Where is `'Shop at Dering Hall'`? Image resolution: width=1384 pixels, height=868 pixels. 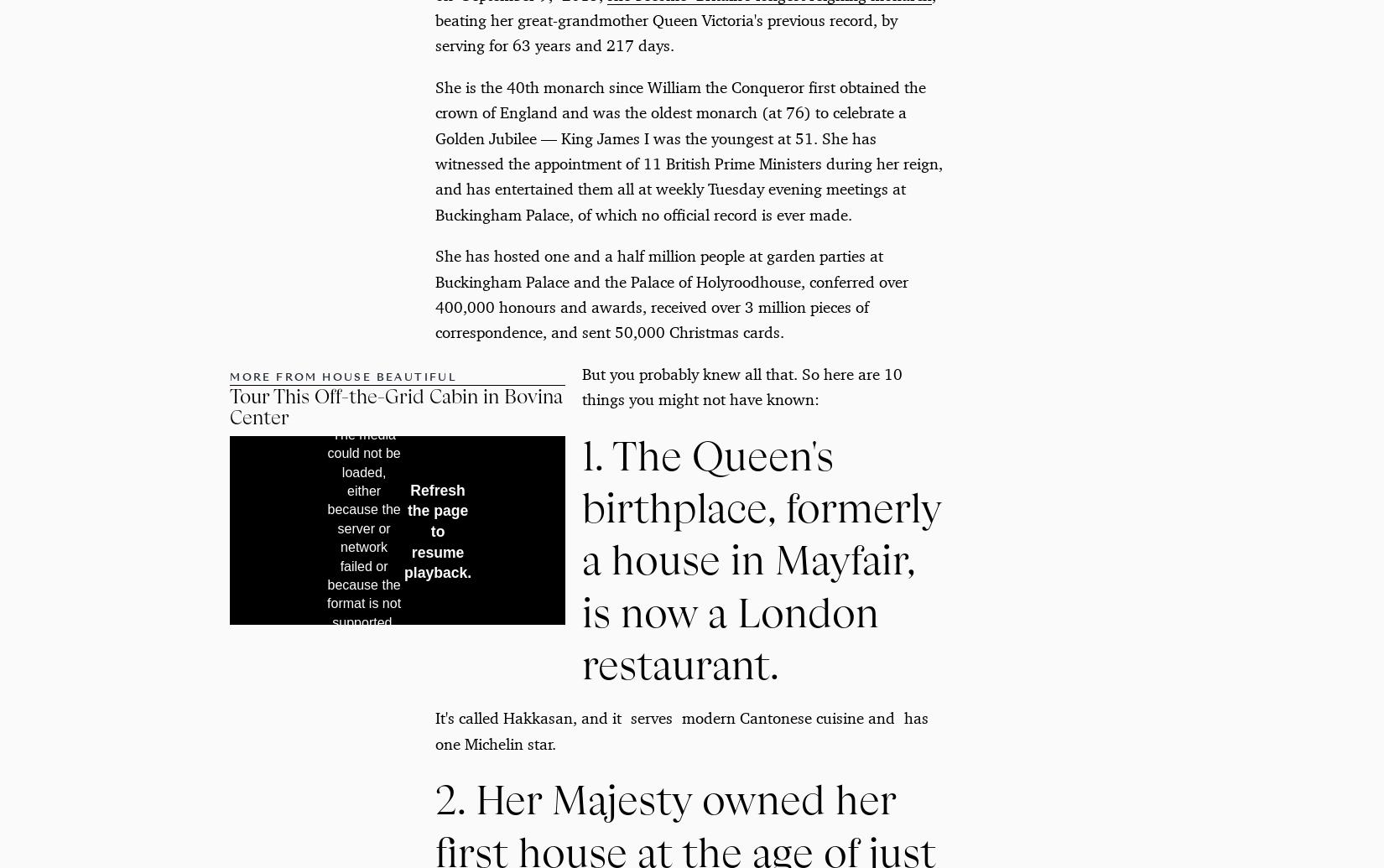 'Shop at Dering Hall' is located at coordinates (509, 746).